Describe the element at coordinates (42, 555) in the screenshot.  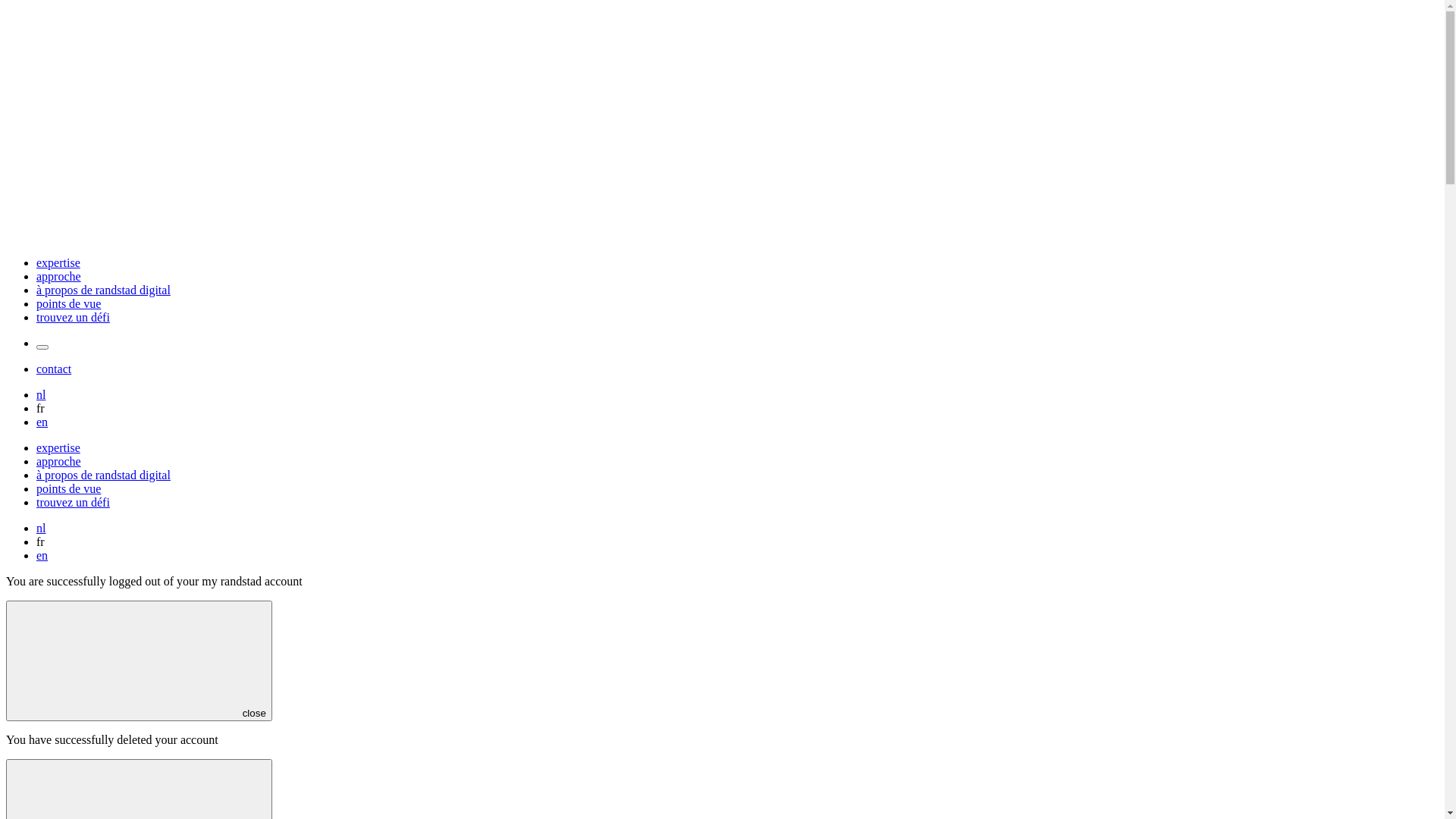
I see `'en'` at that location.